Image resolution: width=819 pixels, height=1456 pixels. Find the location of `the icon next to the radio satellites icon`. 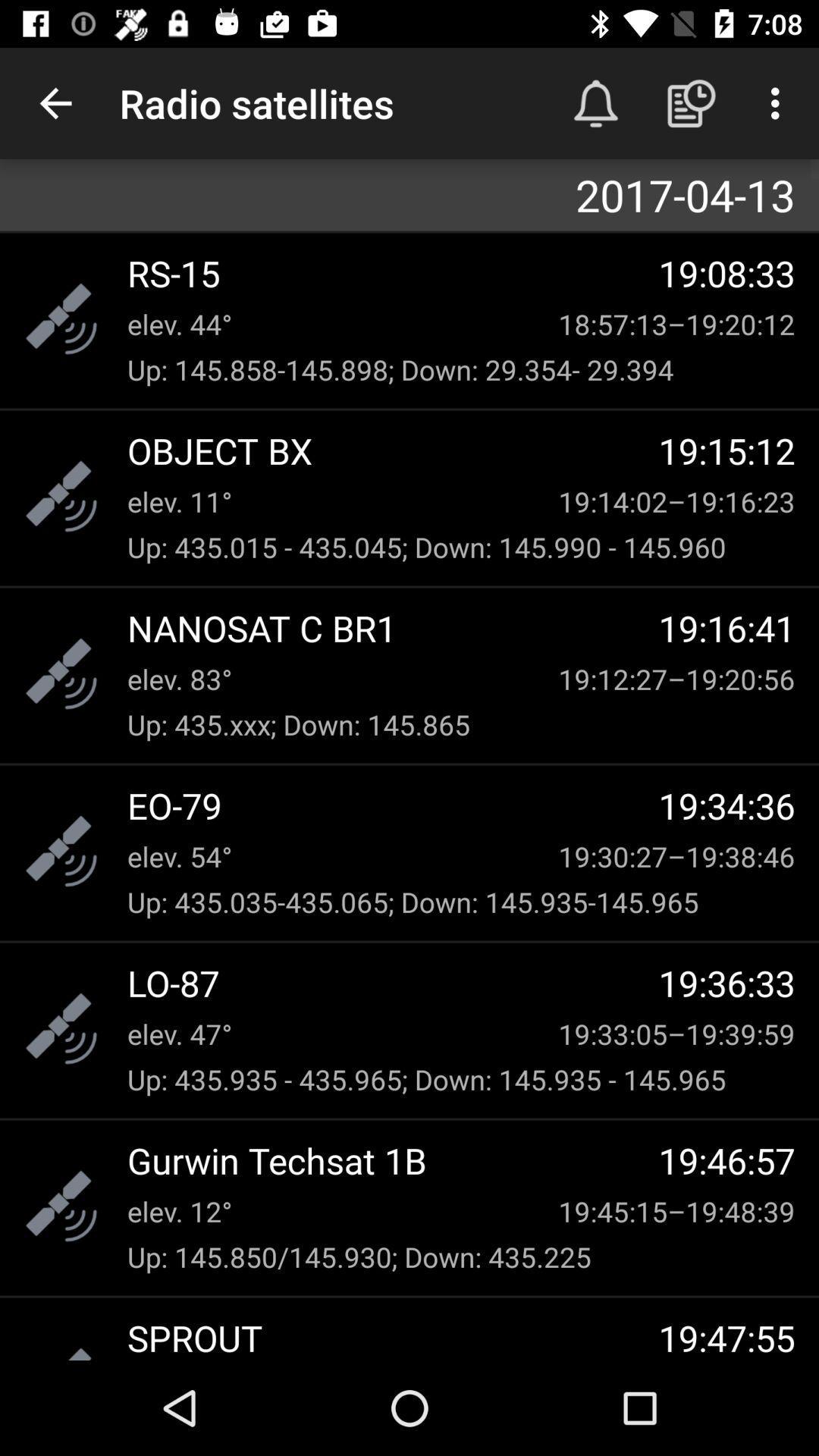

the icon next to the radio satellites icon is located at coordinates (595, 102).